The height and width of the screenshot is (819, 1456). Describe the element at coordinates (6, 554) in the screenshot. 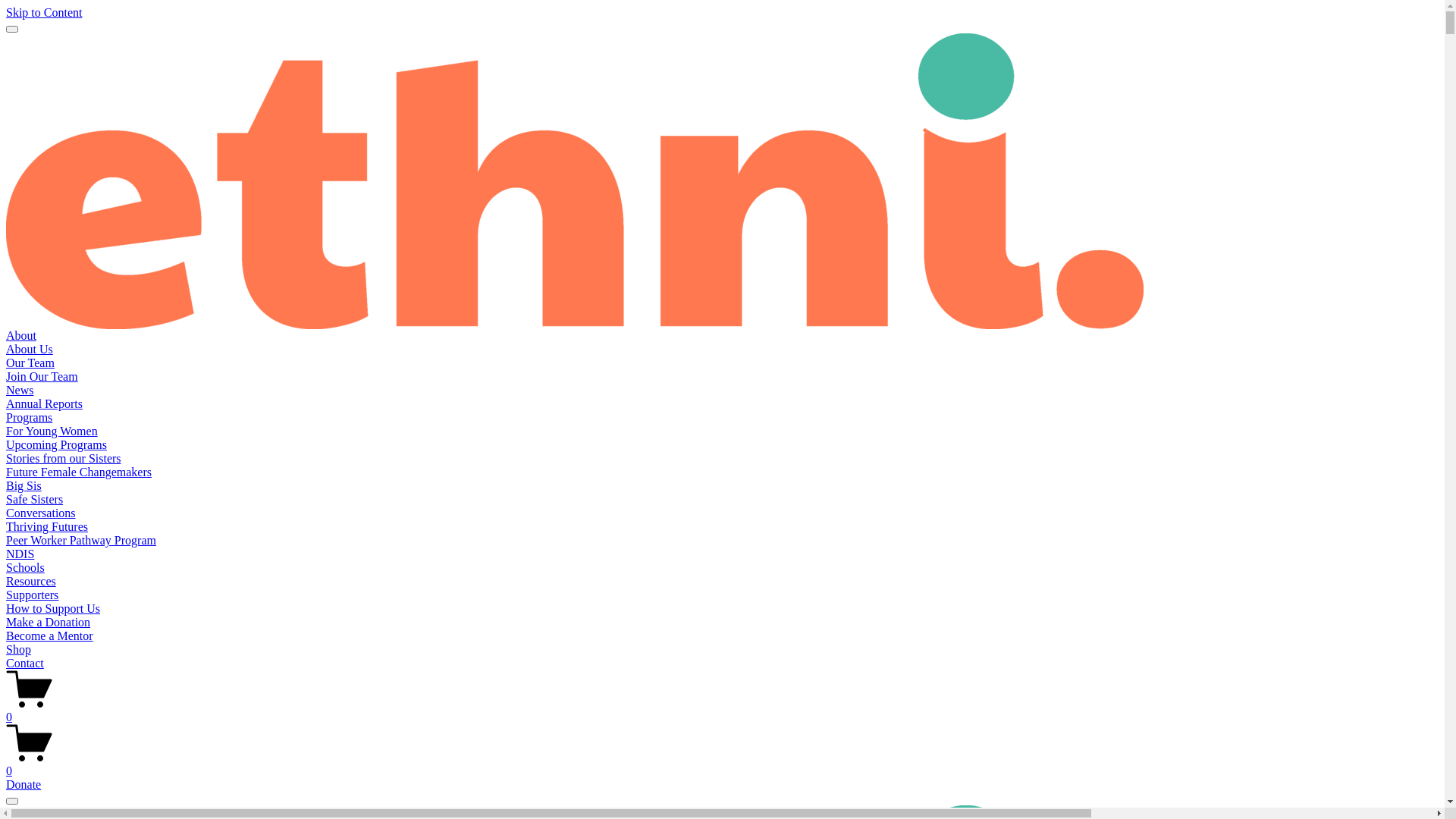

I see `'NDIS'` at that location.